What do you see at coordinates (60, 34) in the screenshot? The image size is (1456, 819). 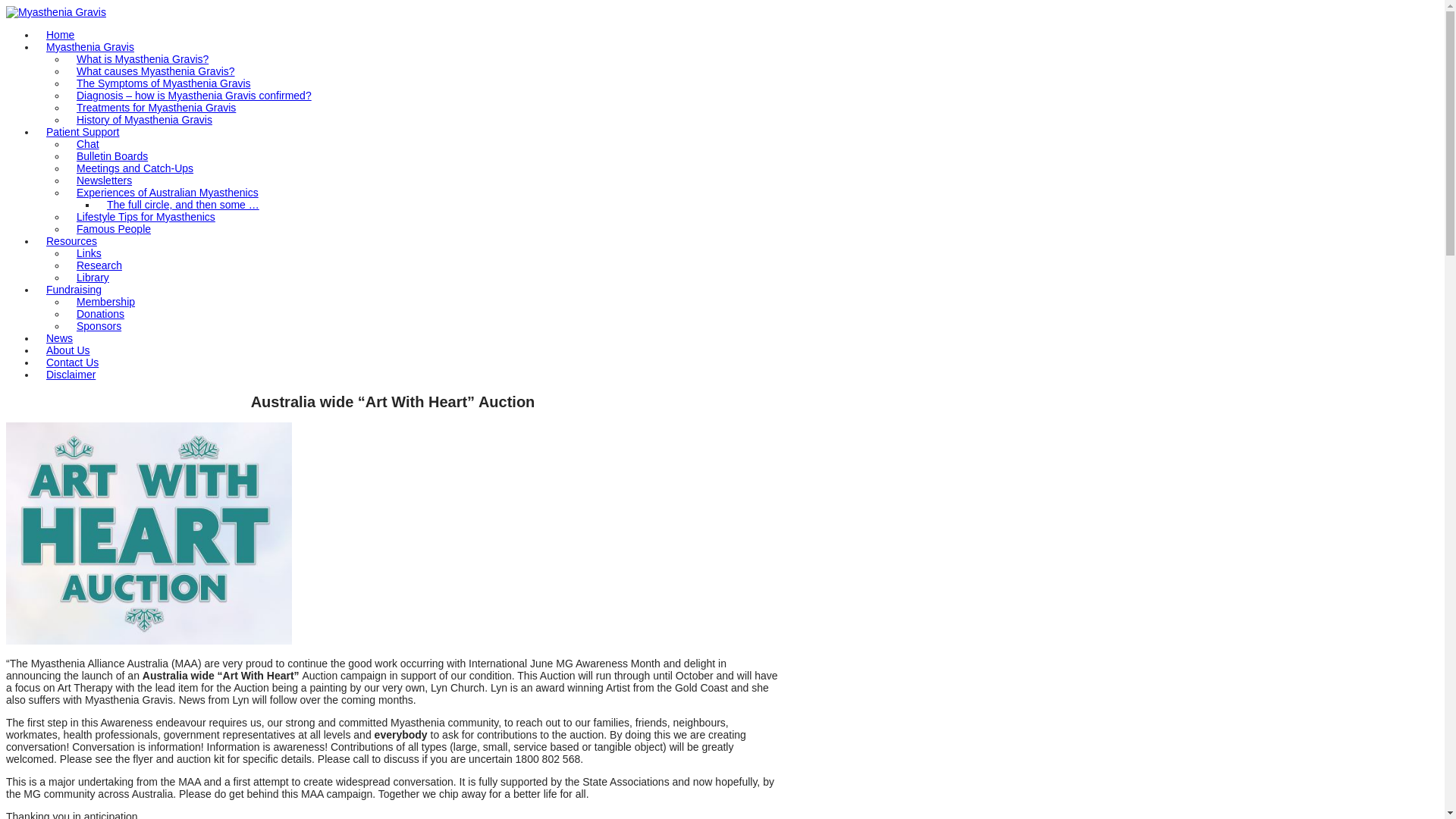 I see `'Home'` at bounding box center [60, 34].